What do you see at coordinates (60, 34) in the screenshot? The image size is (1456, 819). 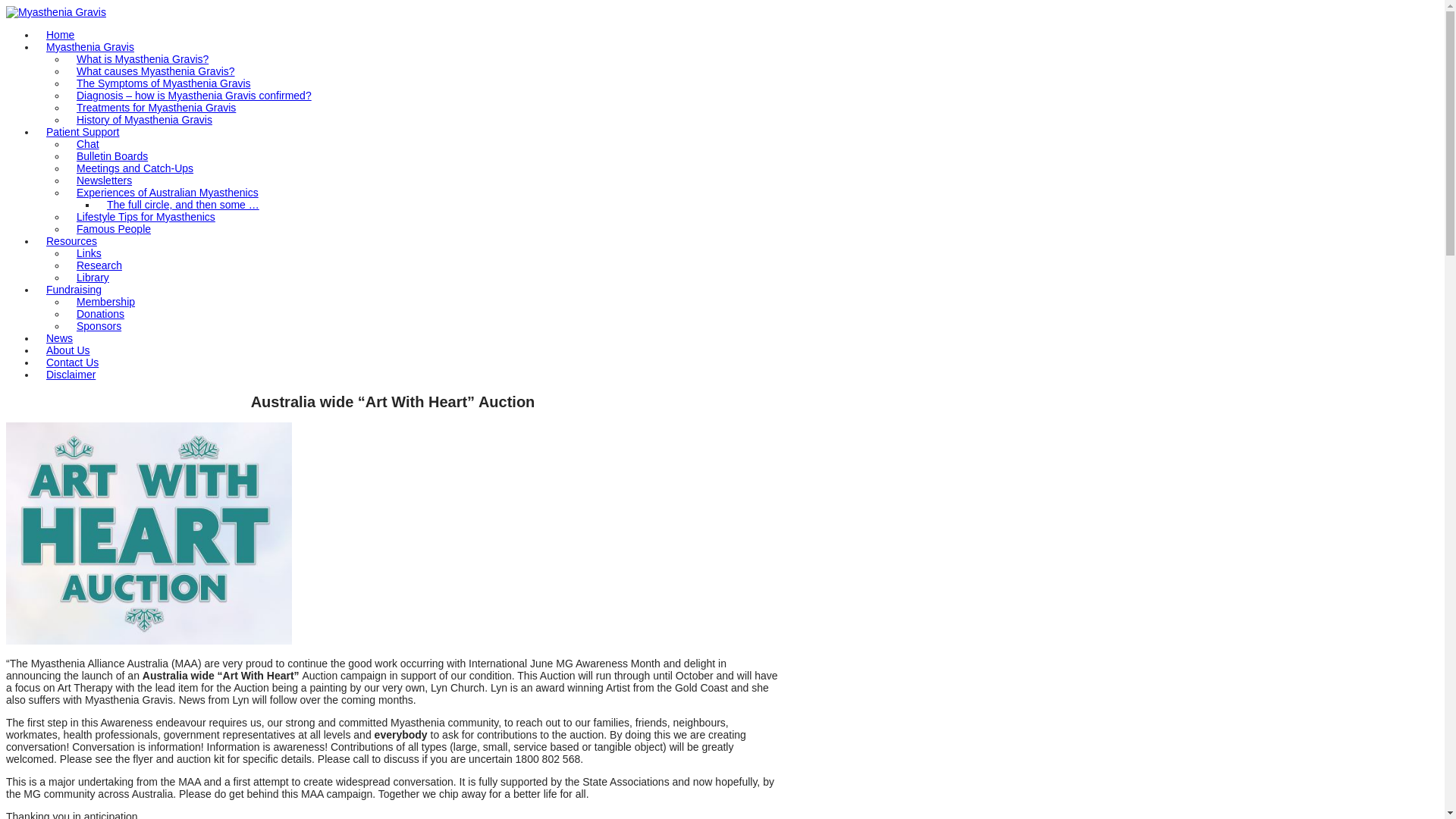 I see `'Home'` at bounding box center [60, 34].